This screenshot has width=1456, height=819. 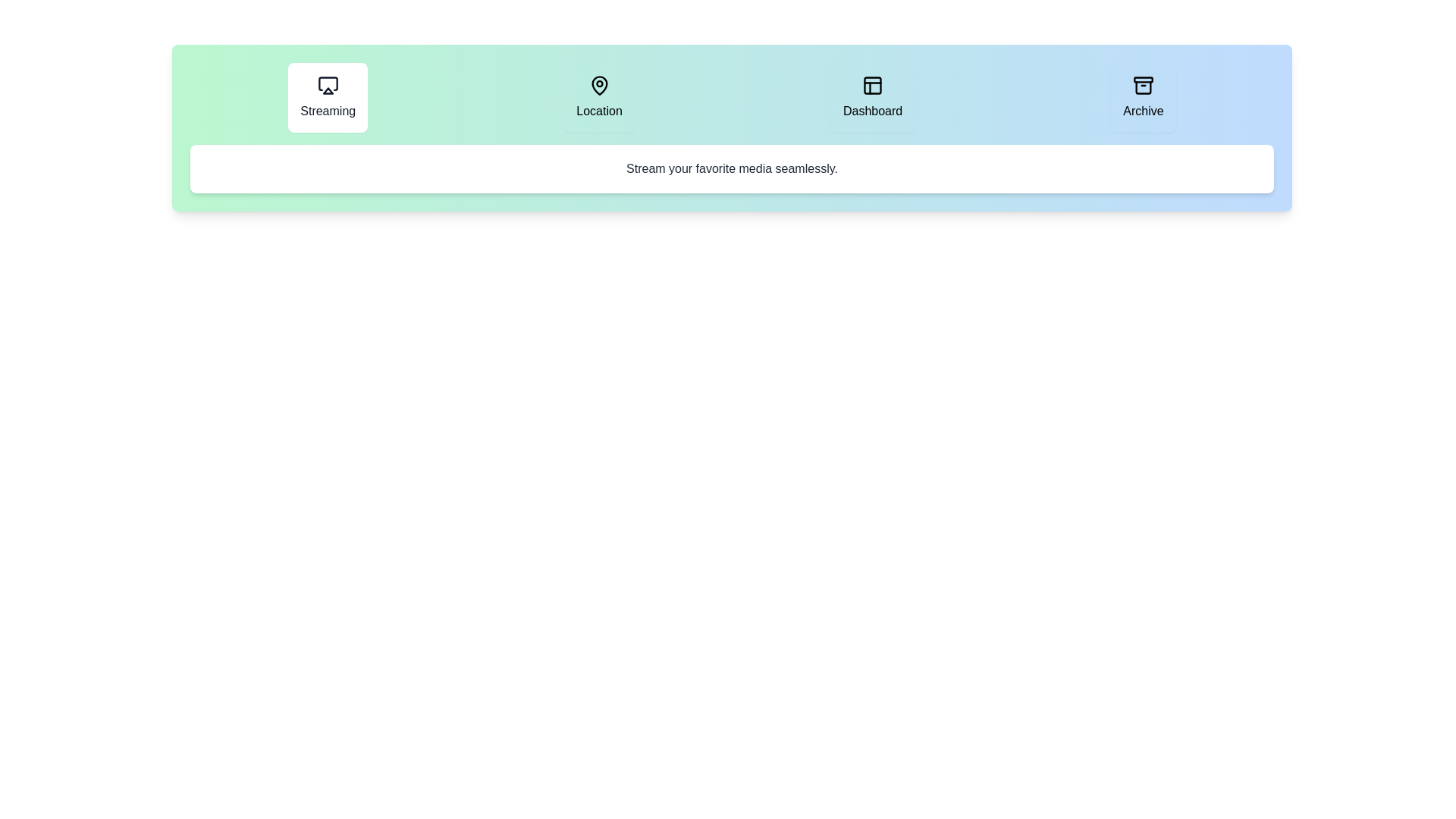 What do you see at coordinates (873, 97) in the screenshot?
I see `the Dashboard tab to inspect its layout and visual design` at bounding box center [873, 97].